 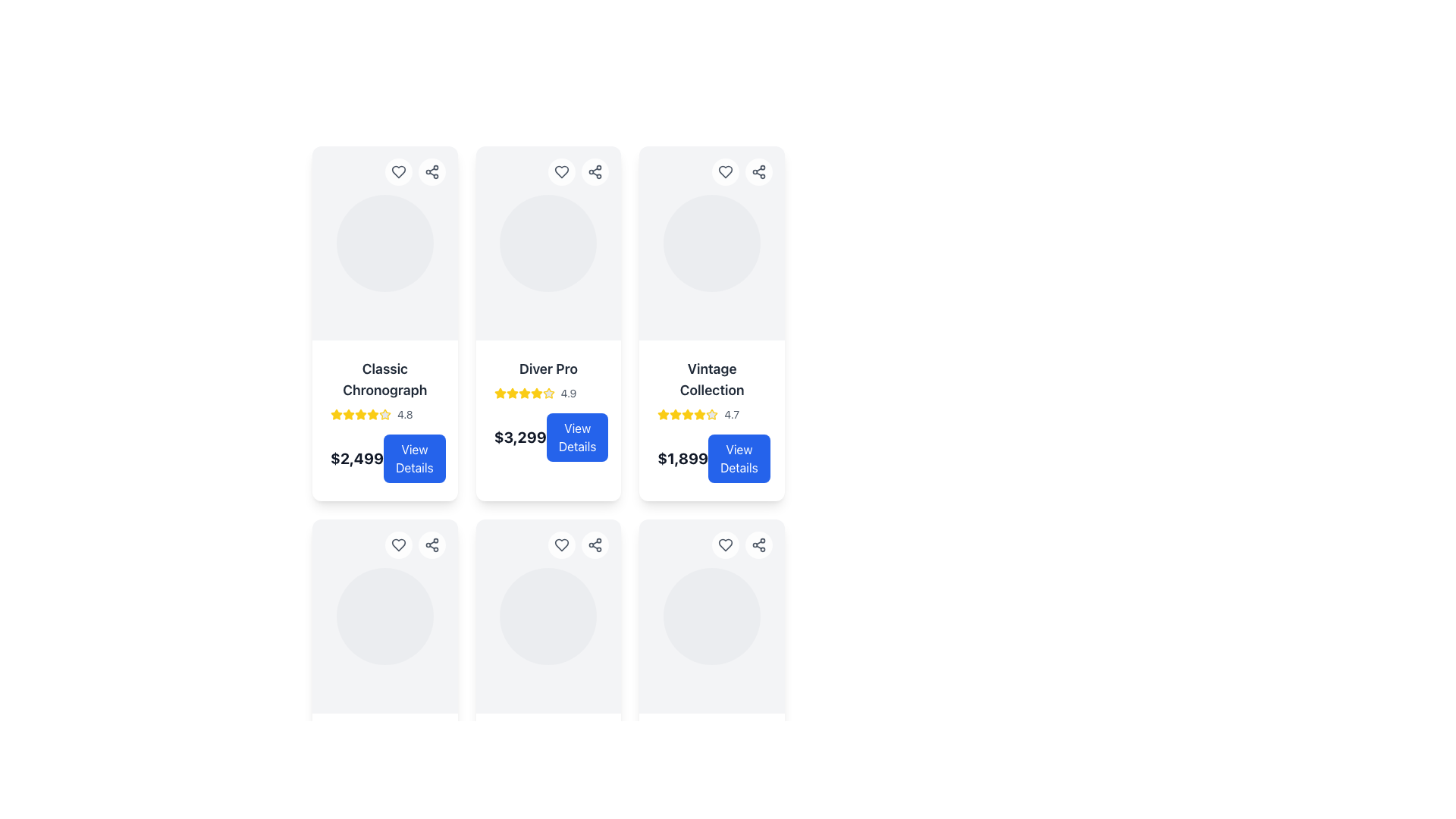 I want to click on the visual placeholder located at the center of the bottom-right card in the grid, indicating loading content, so click(x=711, y=617).